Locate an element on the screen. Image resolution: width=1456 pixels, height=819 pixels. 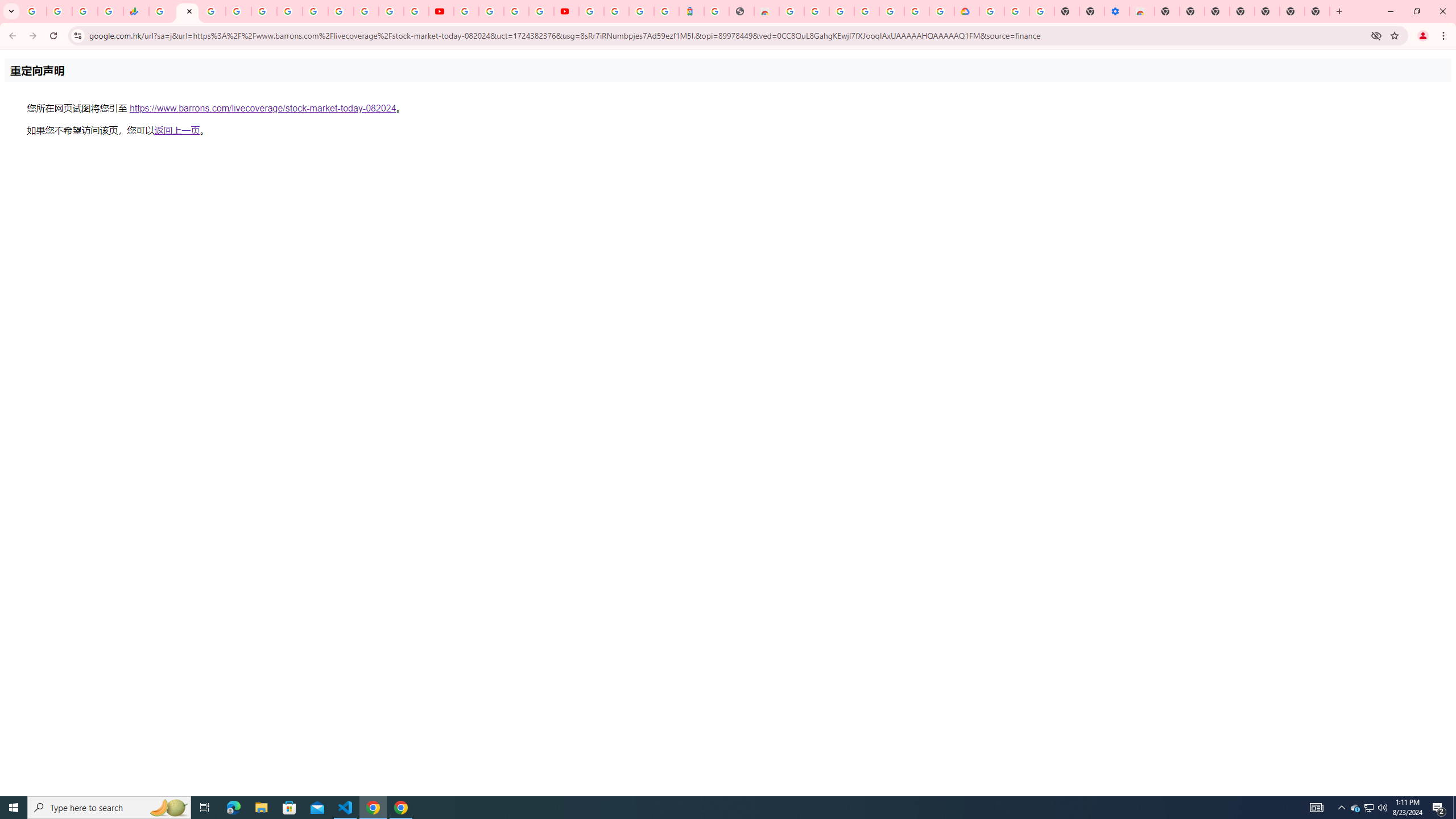
'Privacy Checkup' is located at coordinates (416, 11).